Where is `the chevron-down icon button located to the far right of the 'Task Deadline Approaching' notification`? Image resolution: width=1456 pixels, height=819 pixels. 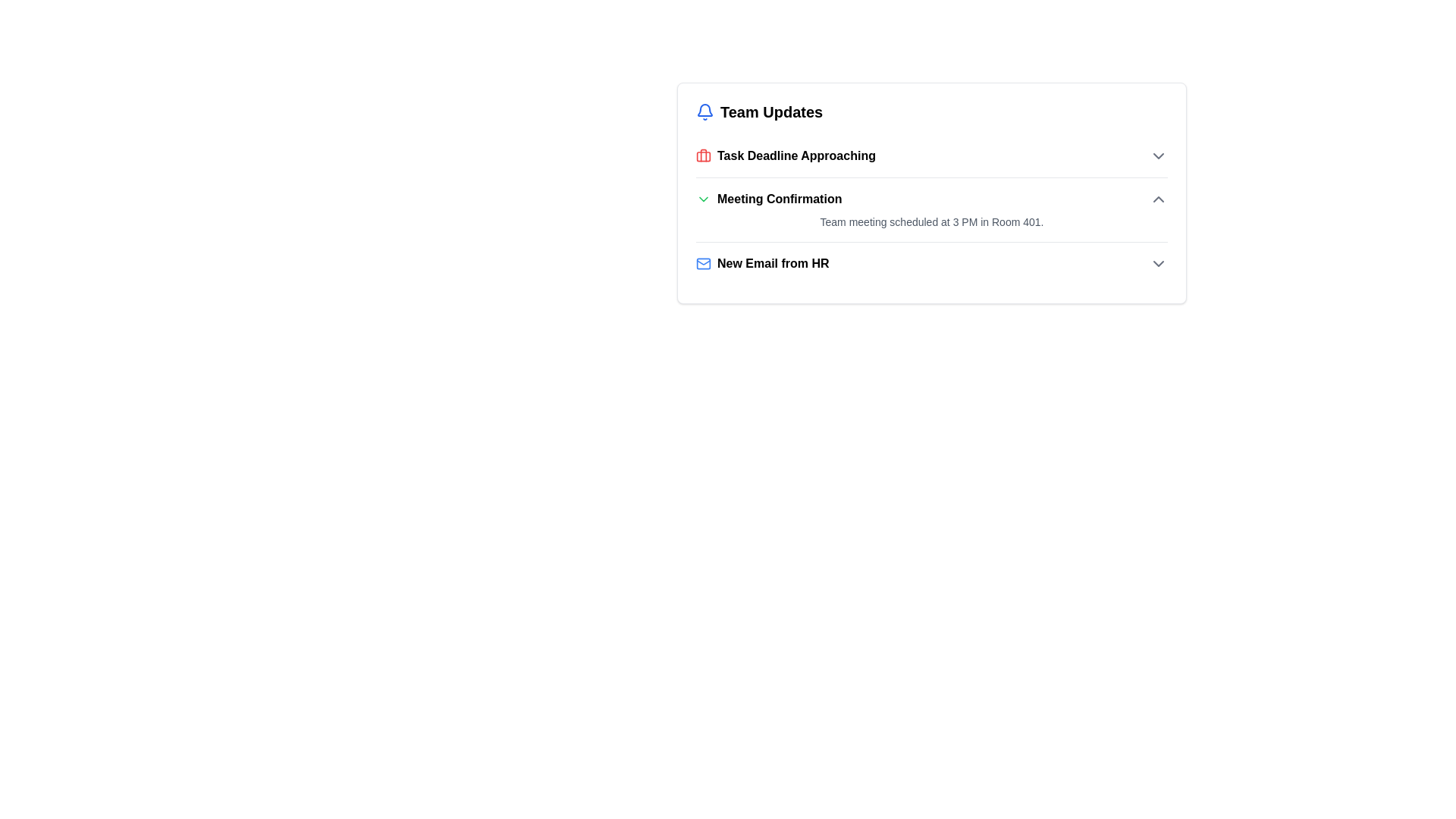
the chevron-down icon button located to the far right of the 'Task Deadline Approaching' notification is located at coordinates (1157, 155).